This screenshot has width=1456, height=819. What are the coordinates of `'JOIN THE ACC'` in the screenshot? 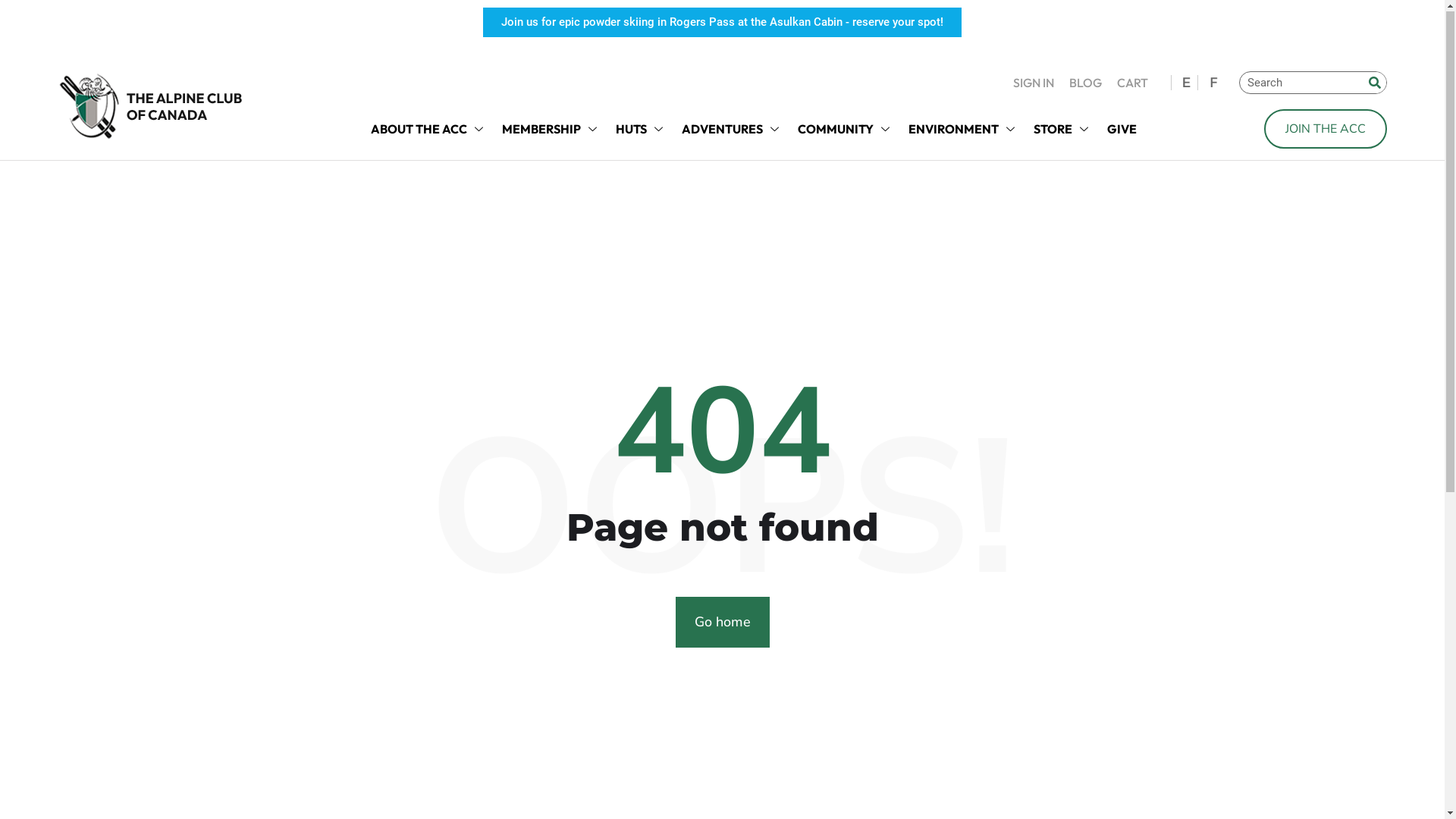 It's located at (1324, 128).